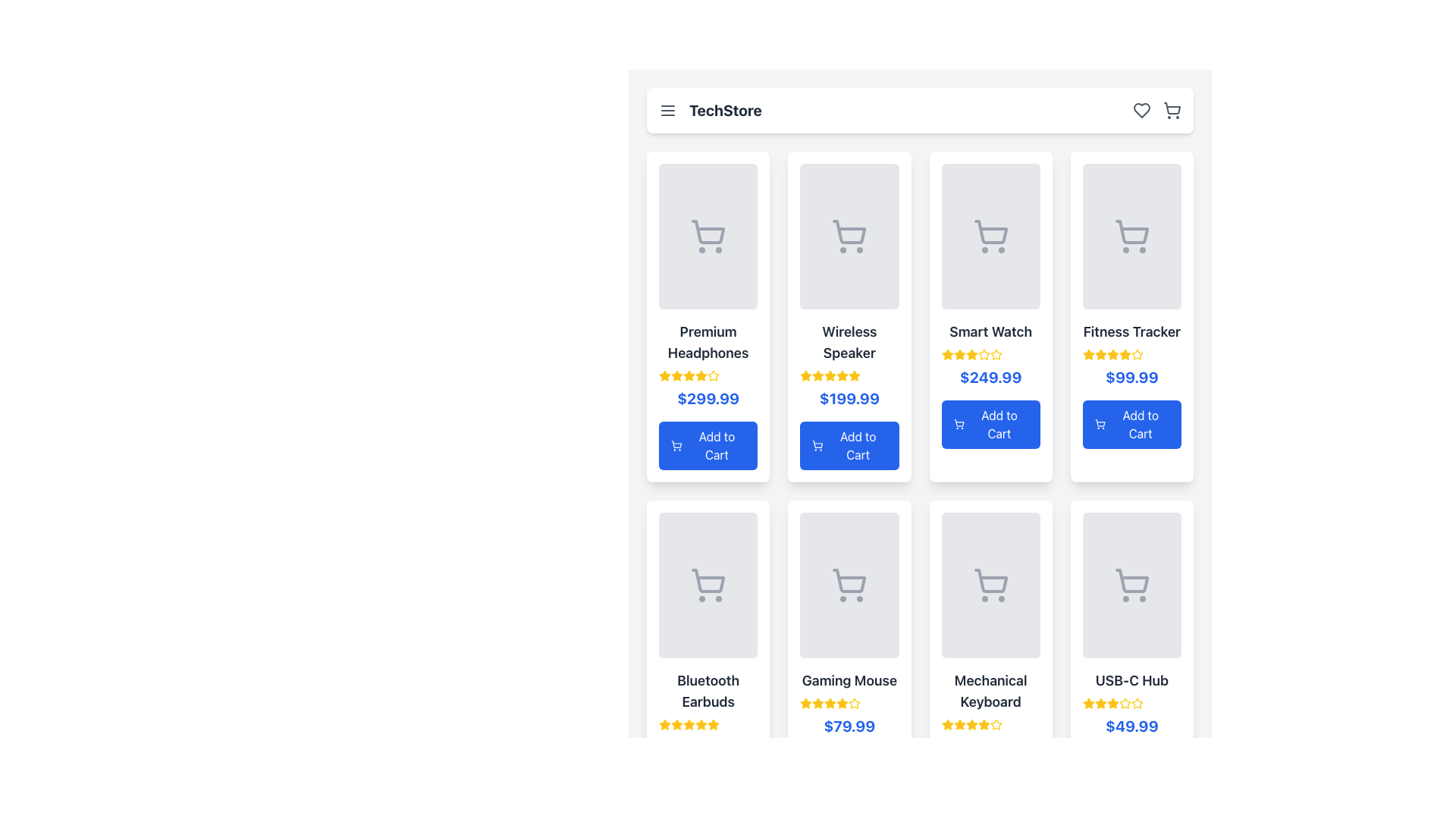 The height and width of the screenshot is (819, 1456). I want to click on text label that displays 'Bluetooth Earbuds', which is bold and dark against a white background, located in the third row and first column of the product grid, so click(708, 691).